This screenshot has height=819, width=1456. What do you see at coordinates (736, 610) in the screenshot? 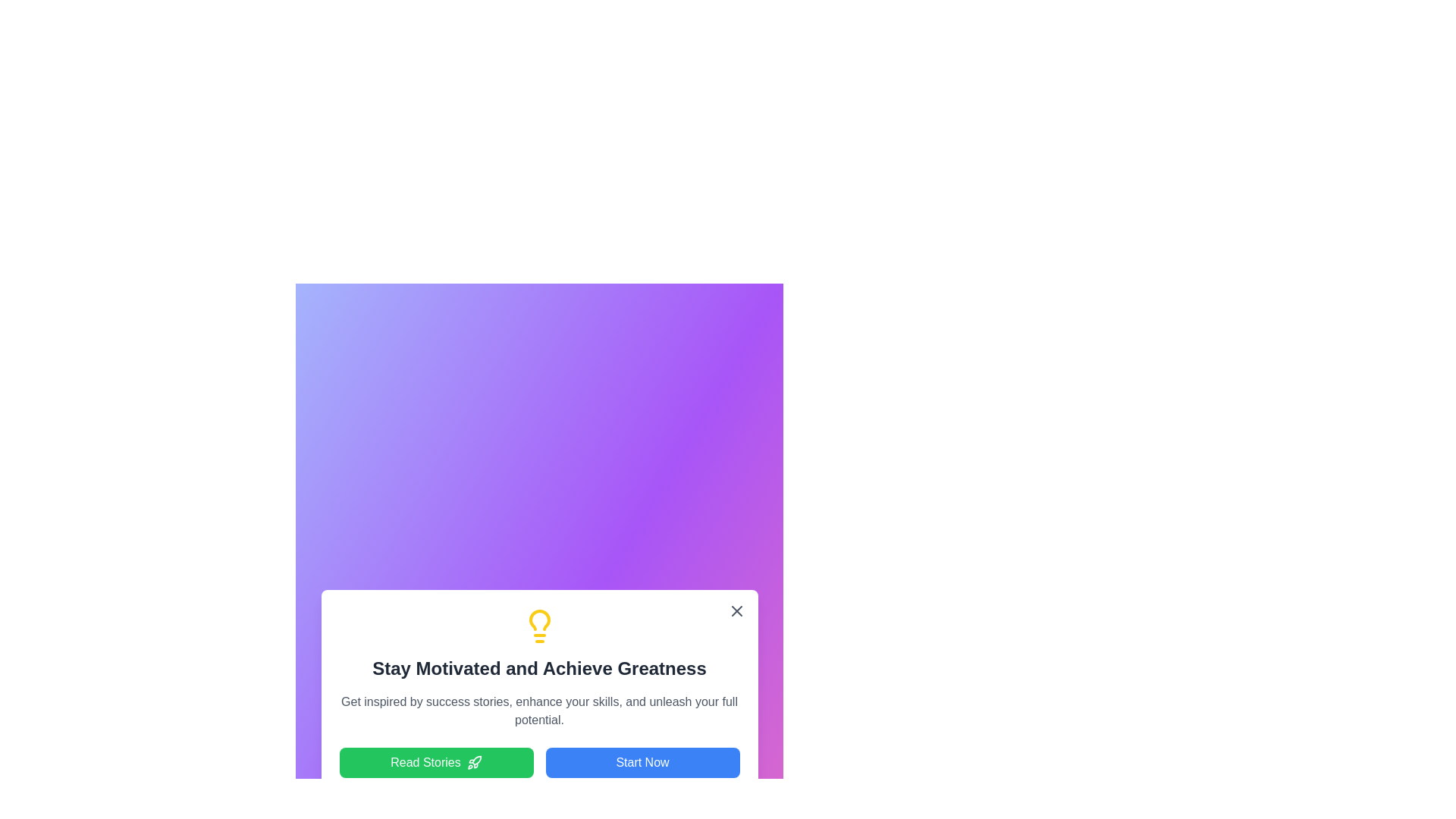
I see `the close button at the top-right corner of the dialog` at bounding box center [736, 610].